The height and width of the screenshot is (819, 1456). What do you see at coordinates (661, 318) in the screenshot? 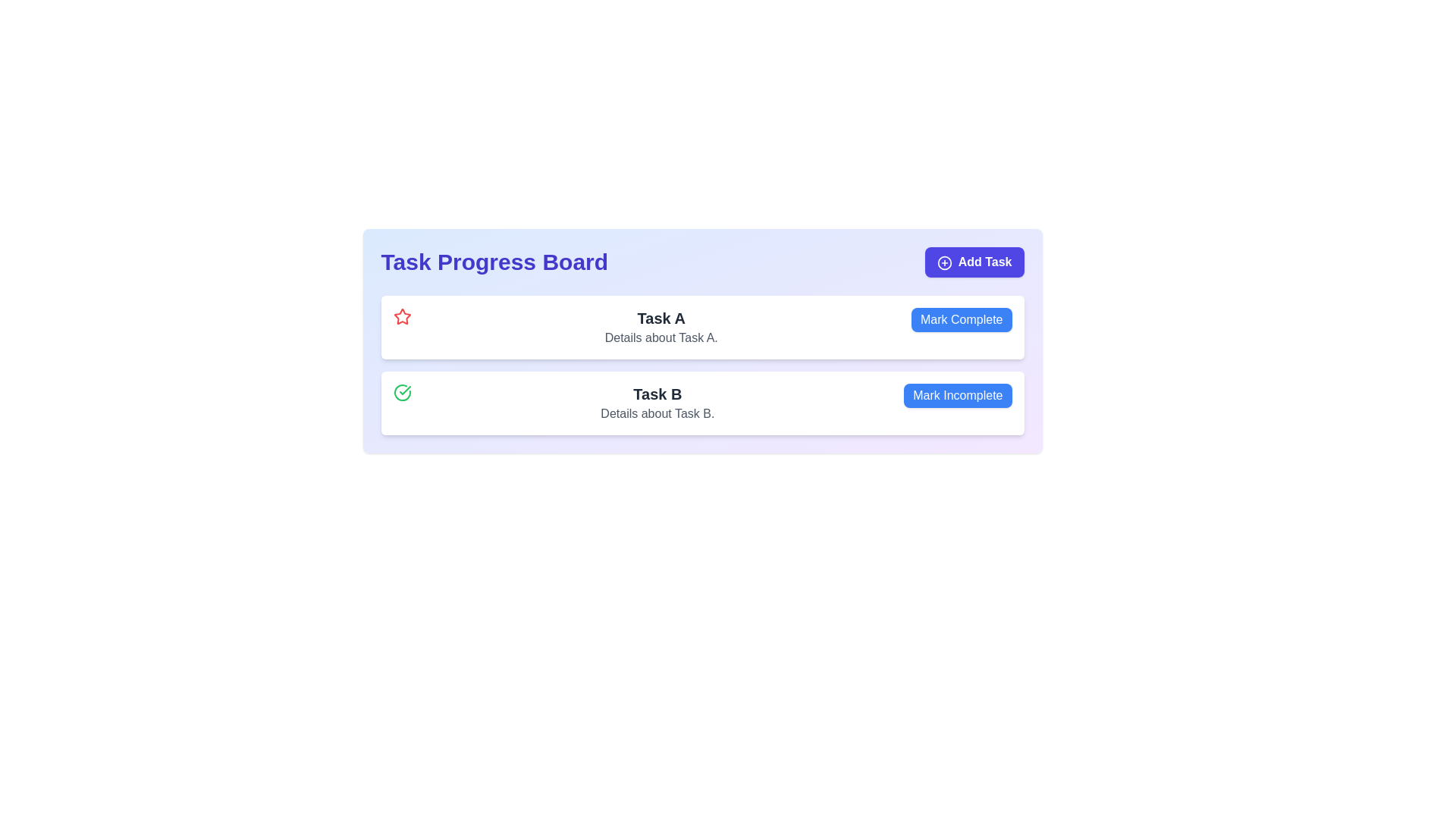
I see `the main title text display of the task, which is located in the first task card, above the secondary text 'Details about Task A.' and between the left-side star icon and the right-side 'Mark Complete' button` at bounding box center [661, 318].